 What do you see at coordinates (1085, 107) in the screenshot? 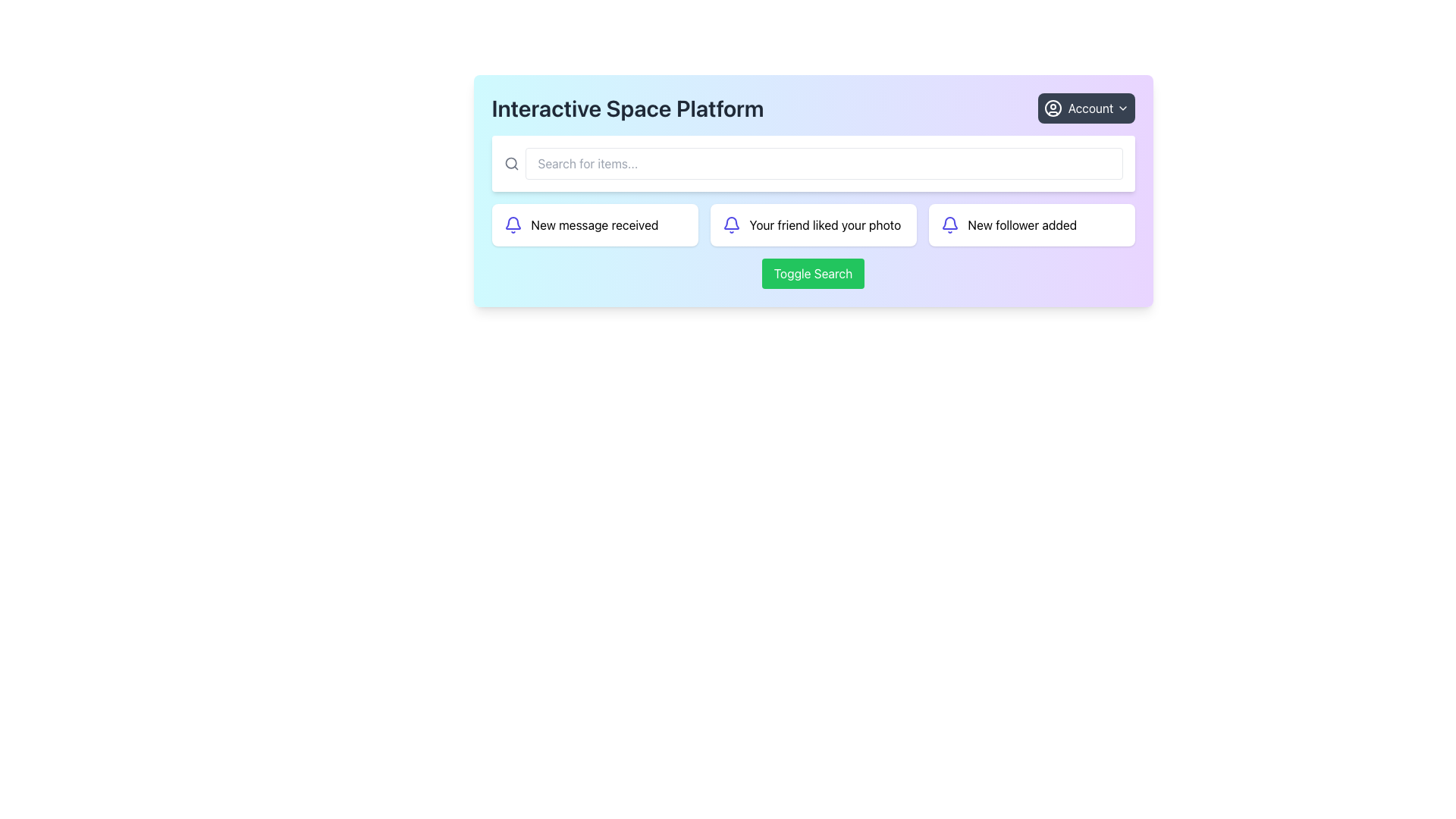
I see `the 'Account' button, which has a dark background and includes a user profile icon and a downward chevron` at bounding box center [1085, 107].